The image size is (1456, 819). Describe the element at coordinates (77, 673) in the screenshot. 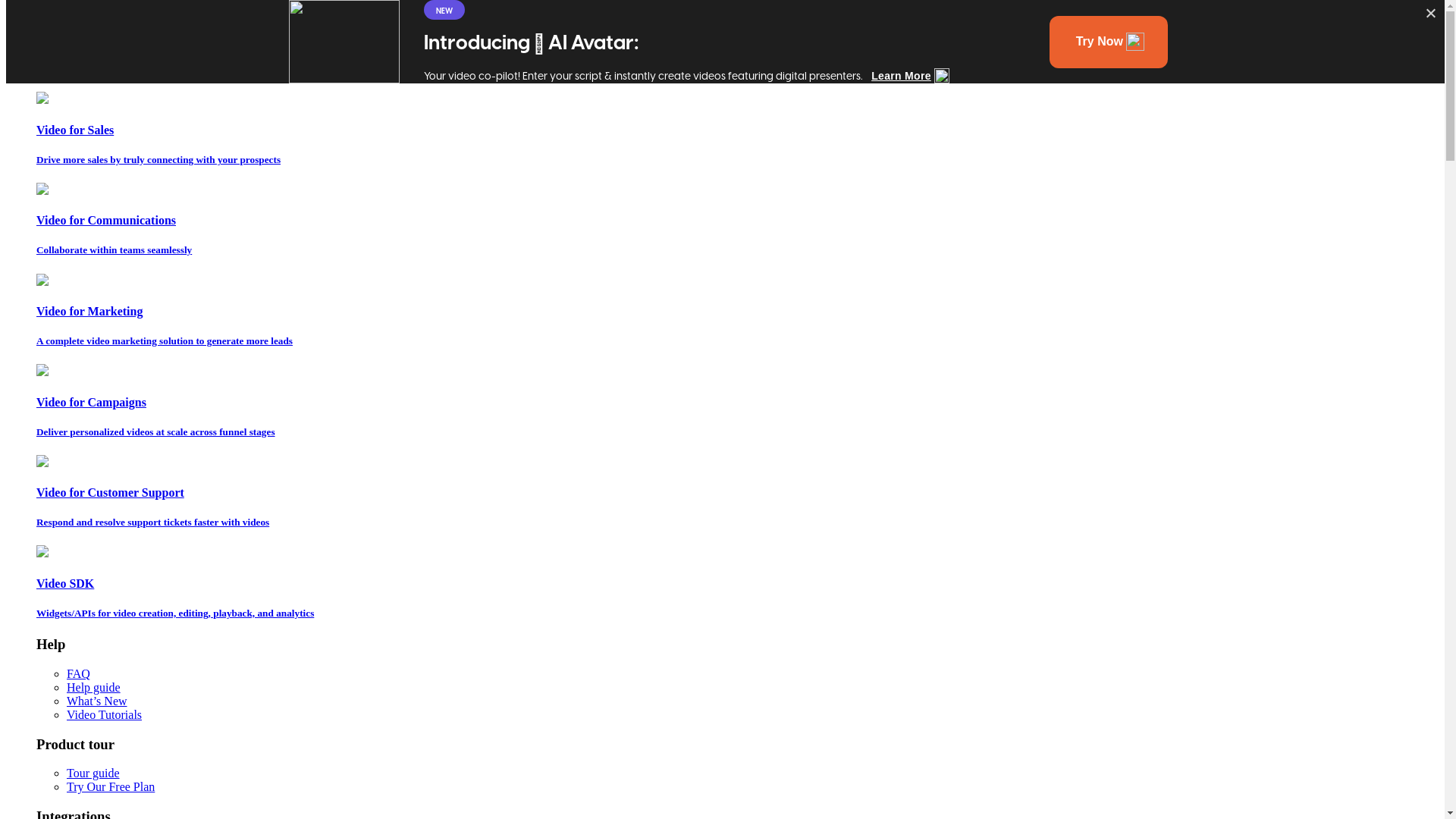

I see `'FAQ'` at that location.